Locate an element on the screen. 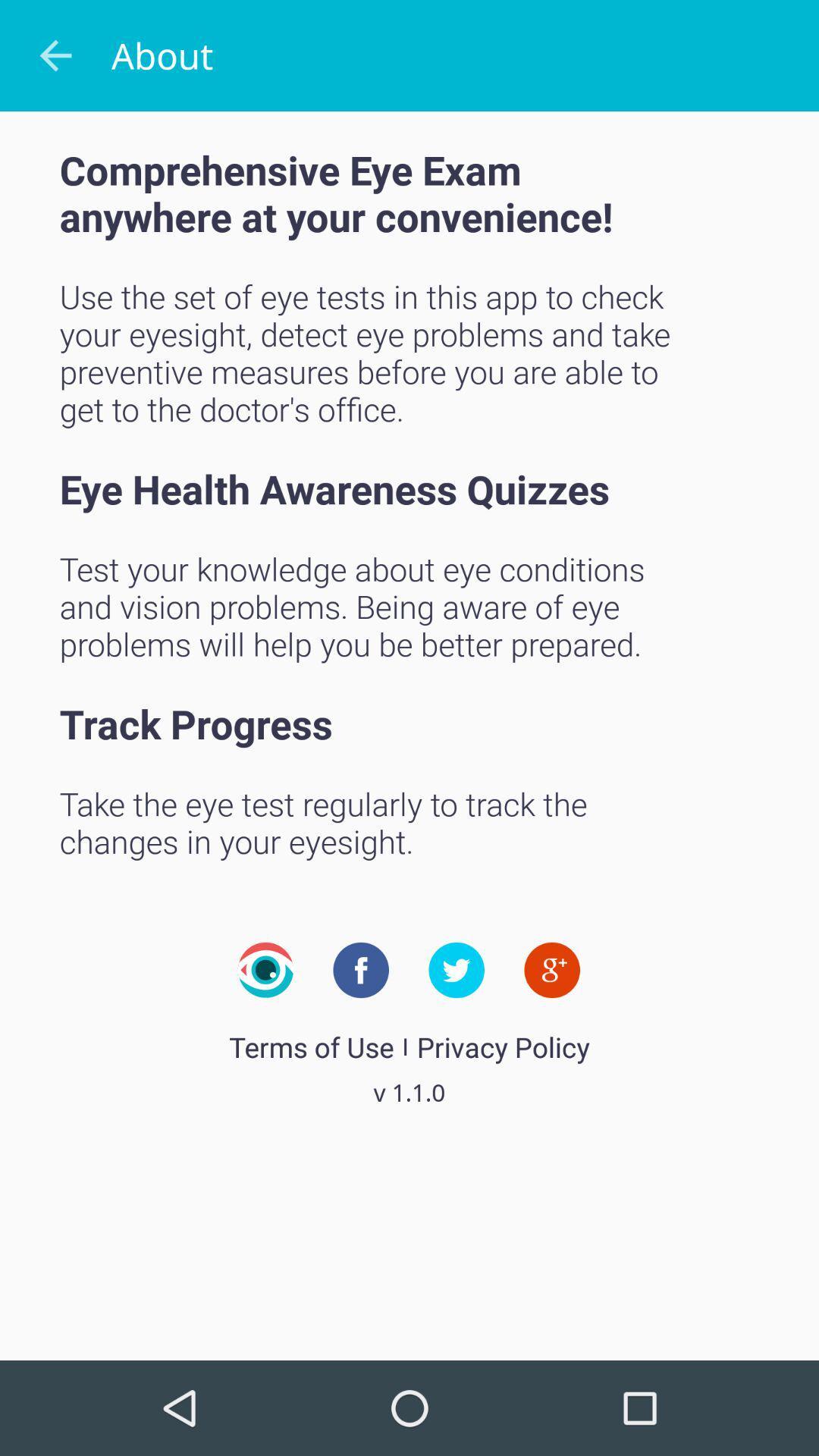 This screenshot has width=819, height=1456. the item below take the eye item is located at coordinates (552, 969).